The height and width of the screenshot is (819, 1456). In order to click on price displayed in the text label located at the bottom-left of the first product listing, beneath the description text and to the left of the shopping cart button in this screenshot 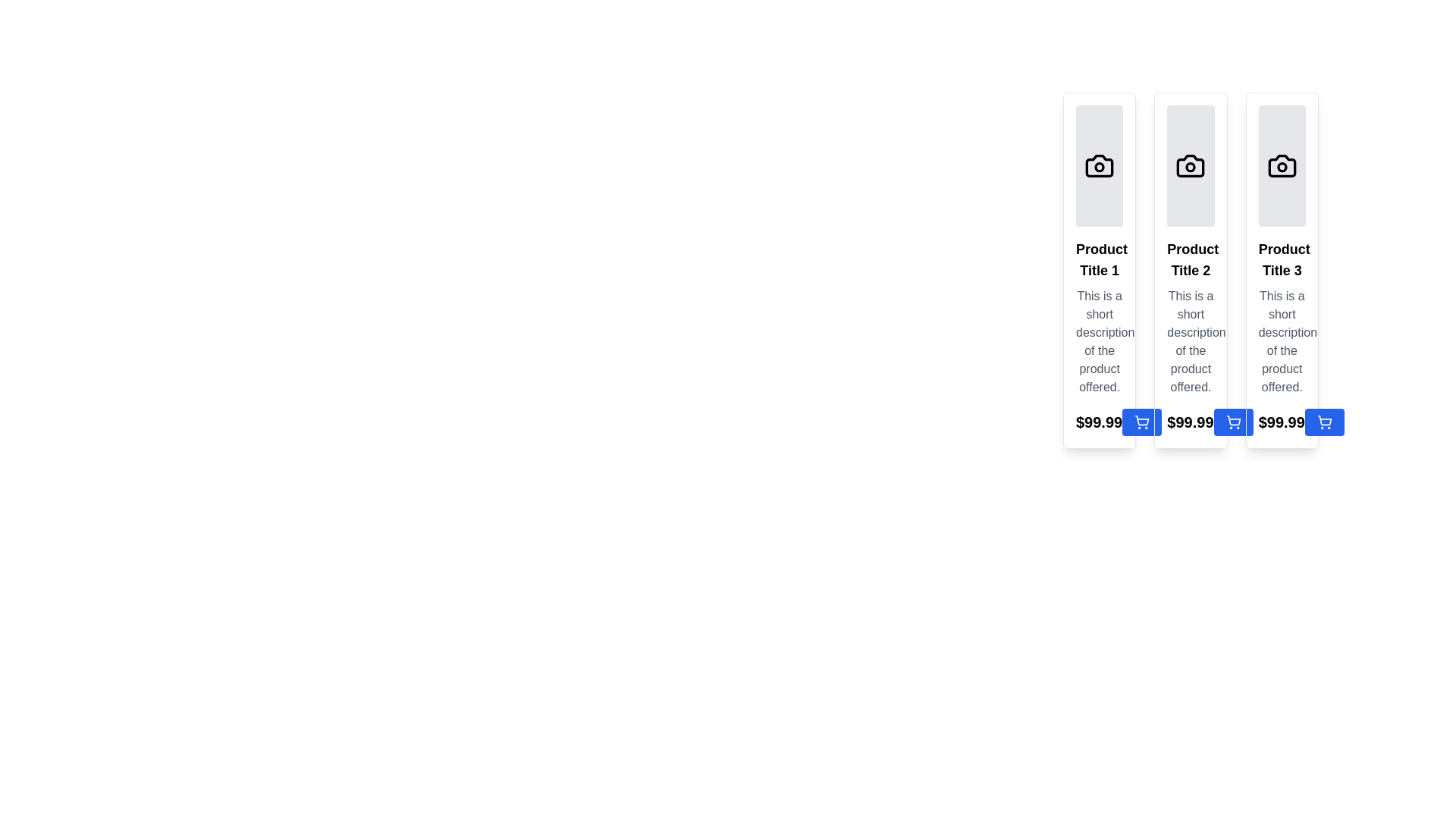, I will do `click(1100, 422)`.